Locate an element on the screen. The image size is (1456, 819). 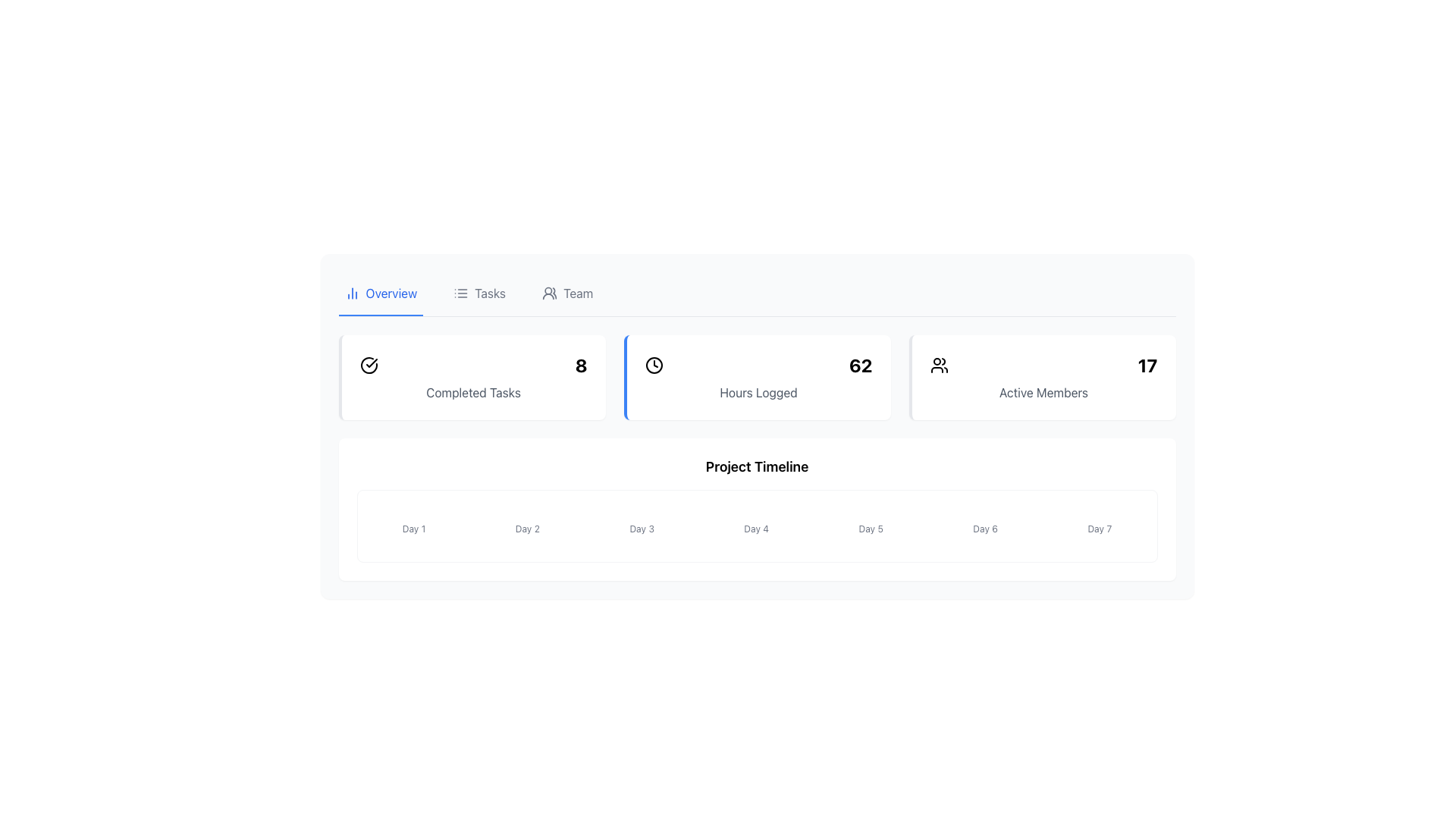
the 'Team' navigation button, which is the third item in the horizontal navigation bar and features an icon of people followed by the label 'Team' is located at coordinates (566, 294).